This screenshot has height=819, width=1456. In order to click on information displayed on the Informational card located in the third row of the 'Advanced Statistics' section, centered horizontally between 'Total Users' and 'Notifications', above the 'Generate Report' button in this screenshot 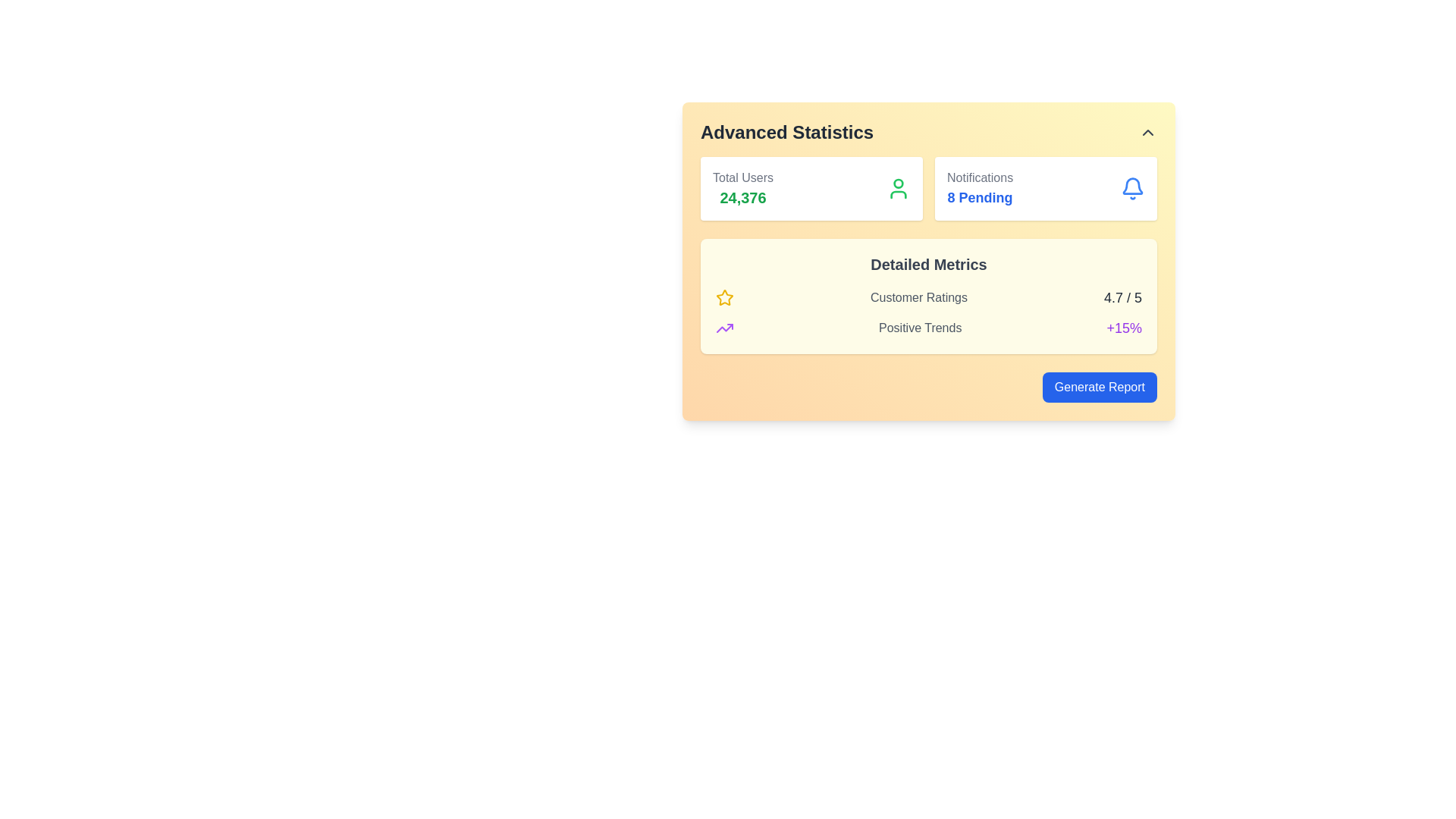, I will do `click(927, 296)`.